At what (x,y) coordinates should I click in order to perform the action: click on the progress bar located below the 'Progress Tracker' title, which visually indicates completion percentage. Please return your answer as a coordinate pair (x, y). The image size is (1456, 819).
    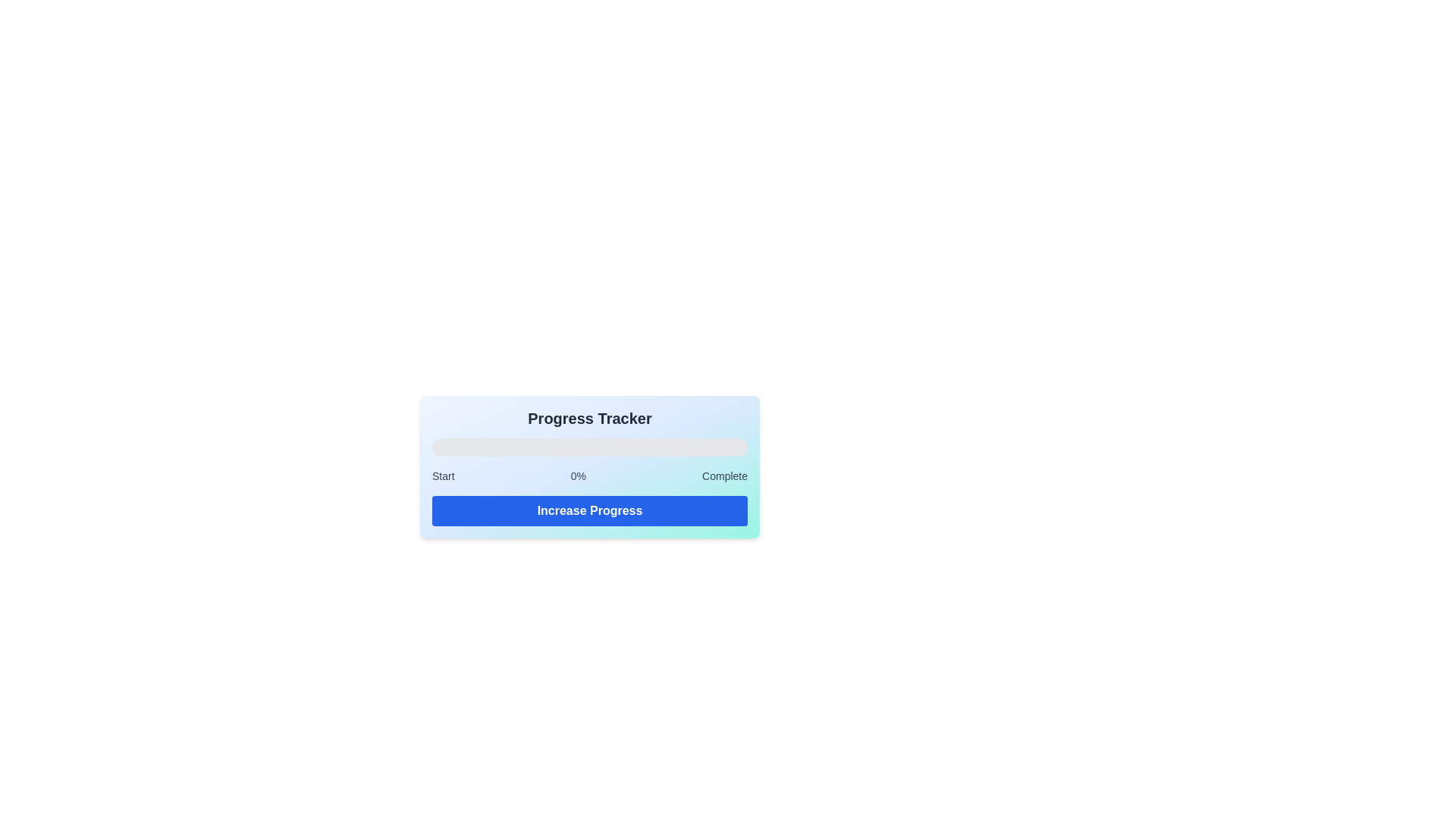
    Looking at the image, I should click on (588, 447).